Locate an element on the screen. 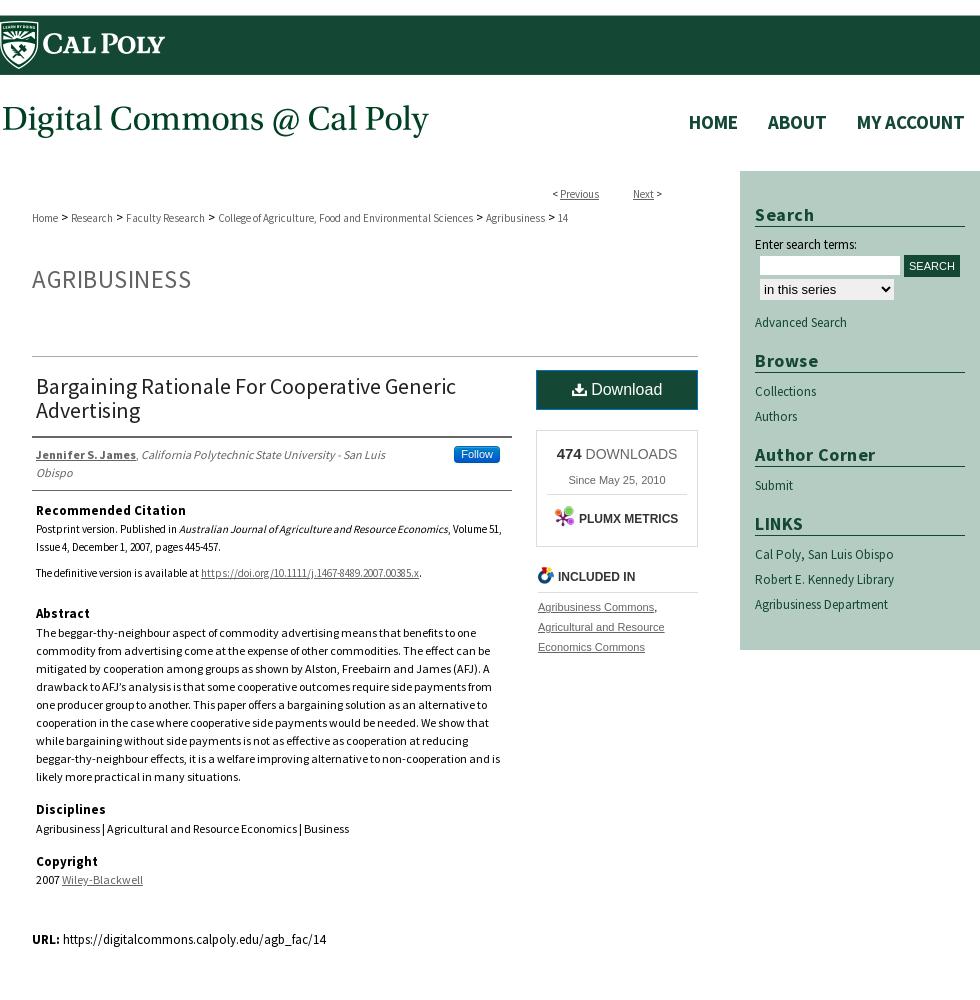  'https://digitalcommons.calpoly.edu/agb_fac/14' is located at coordinates (192, 938).